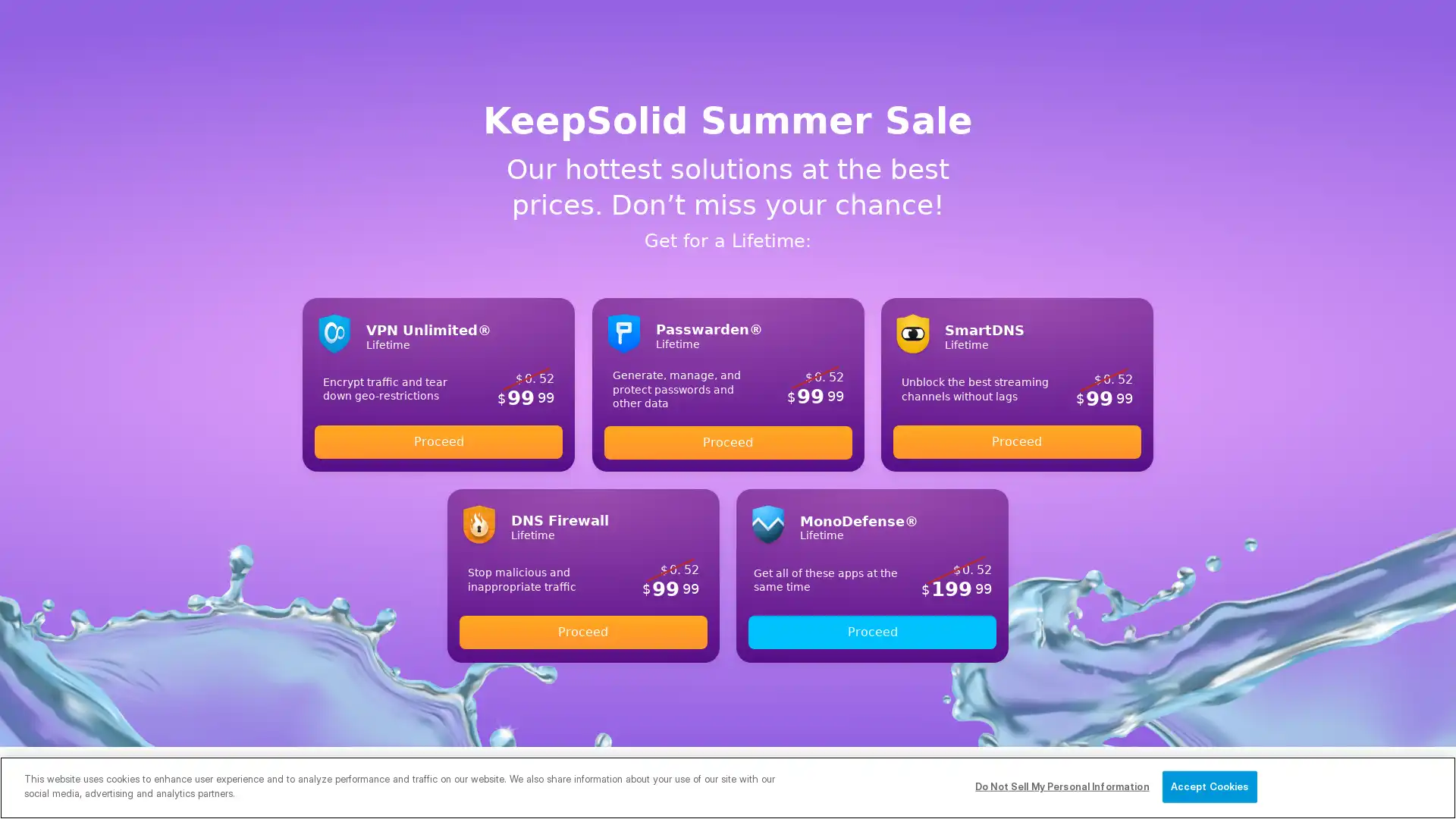 The image size is (1456, 819). Describe the element at coordinates (1208, 786) in the screenshot. I see `Accept Cookies` at that location.